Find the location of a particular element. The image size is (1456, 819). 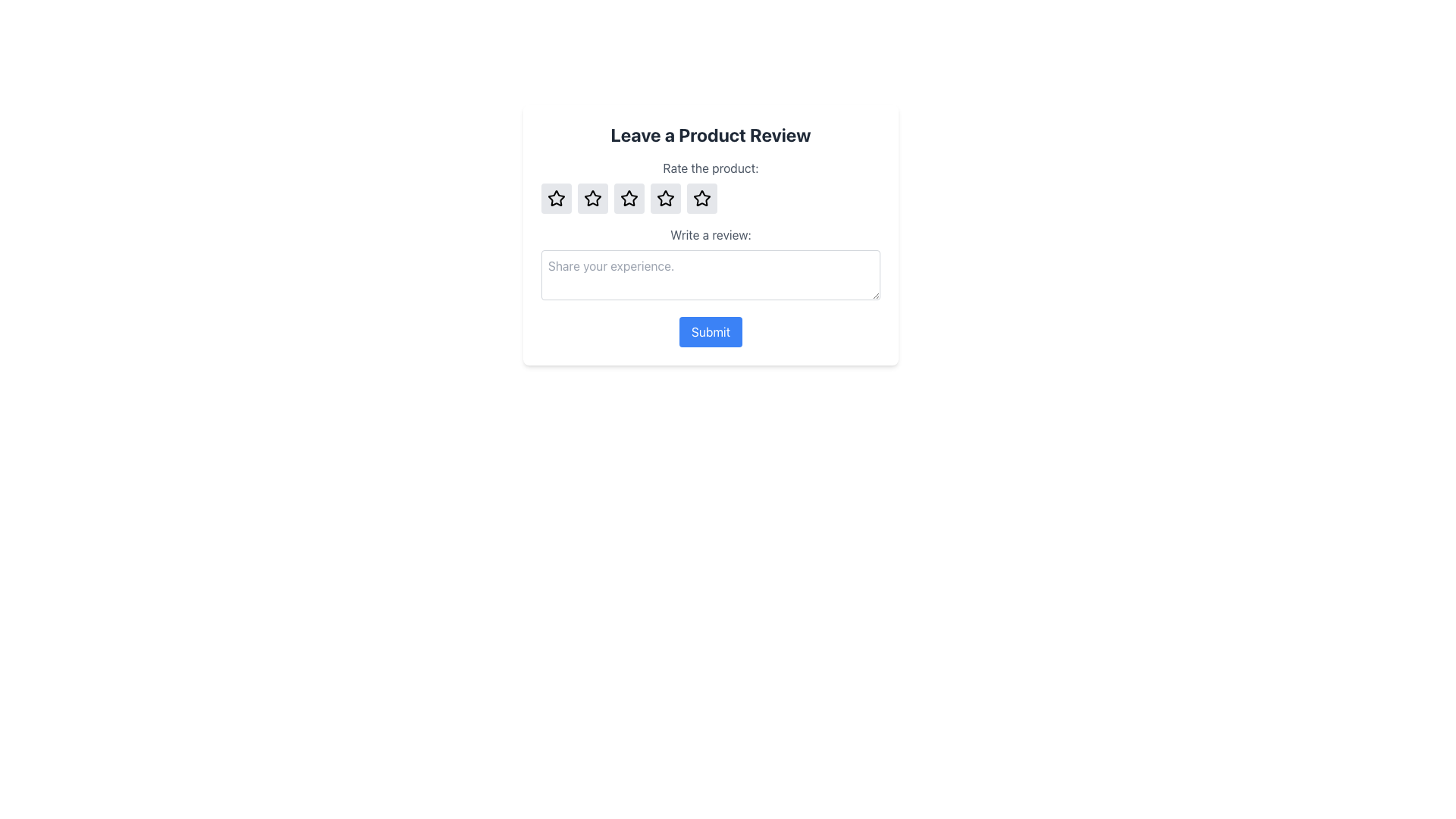

the fourth star rating icon, which is styled as an outlined star with a light gray background is located at coordinates (666, 198).